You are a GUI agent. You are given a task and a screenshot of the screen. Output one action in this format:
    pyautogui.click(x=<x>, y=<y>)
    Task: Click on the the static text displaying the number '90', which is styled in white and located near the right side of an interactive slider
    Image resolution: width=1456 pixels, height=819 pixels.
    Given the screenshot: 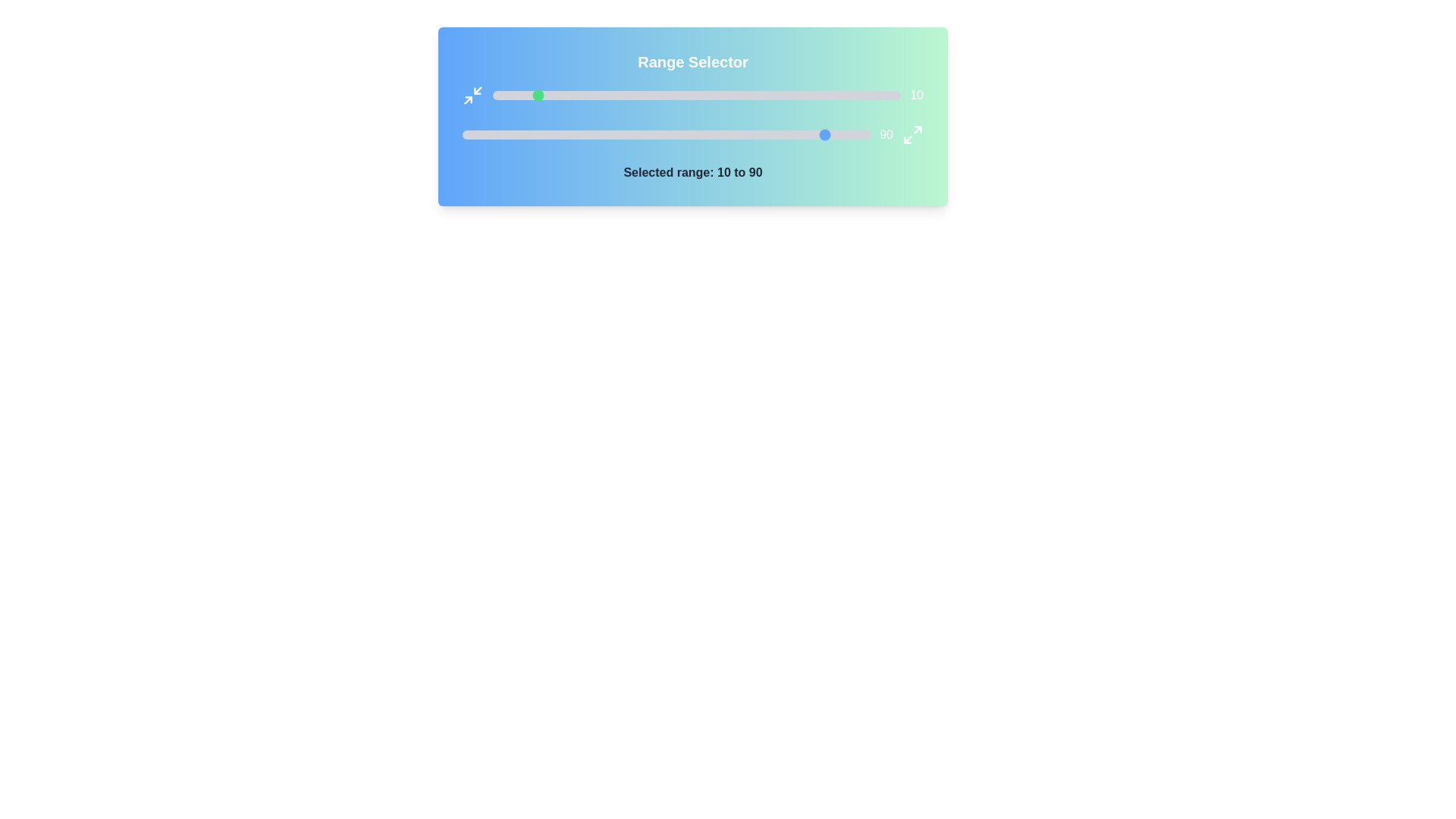 What is the action you would take?
    pyautogui.click(x=886, y=133)
    